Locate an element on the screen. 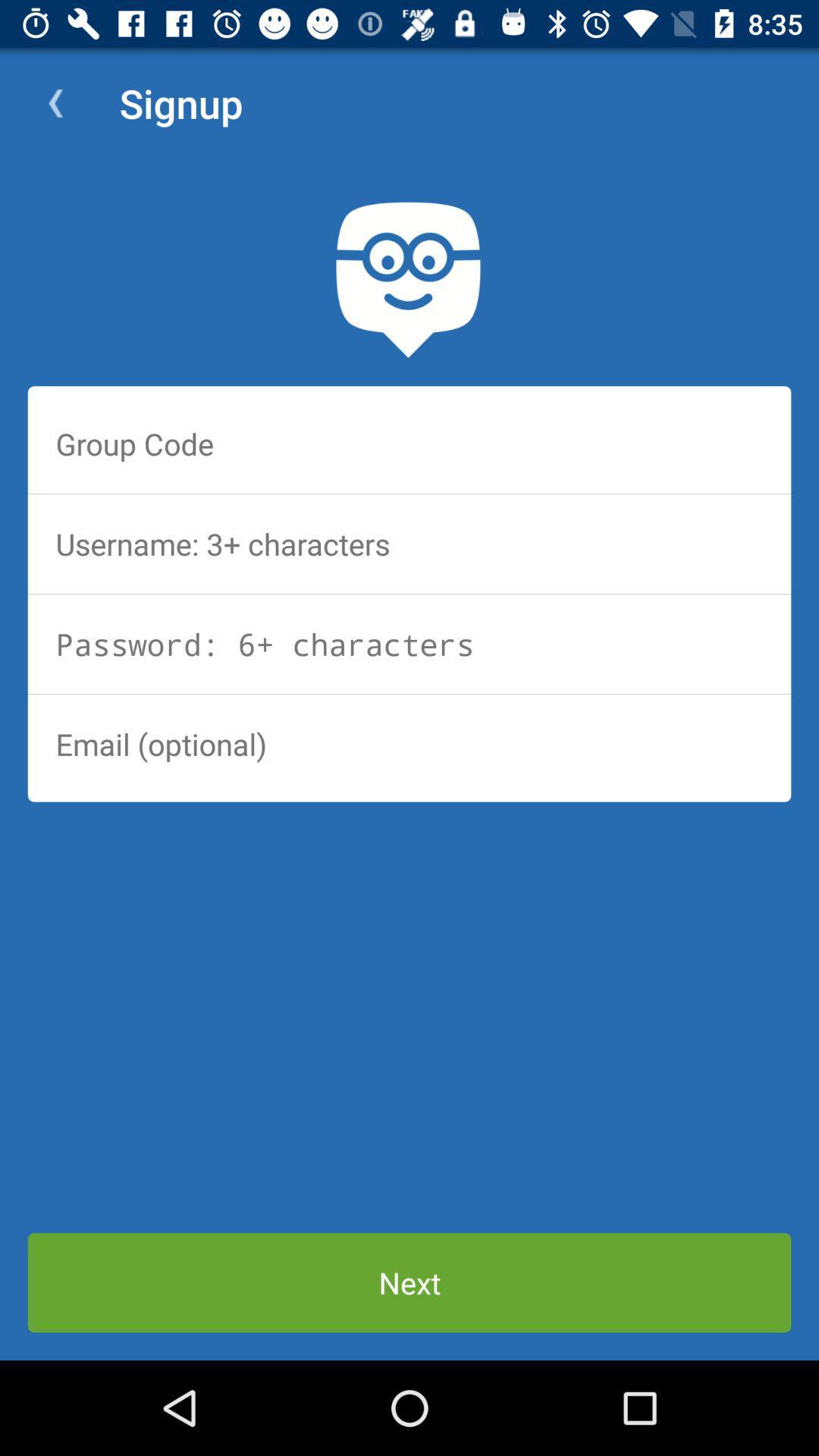 Image resolution: width=819 pixels, height=1456 pixels. the group code is located at coordinates (409, 443).